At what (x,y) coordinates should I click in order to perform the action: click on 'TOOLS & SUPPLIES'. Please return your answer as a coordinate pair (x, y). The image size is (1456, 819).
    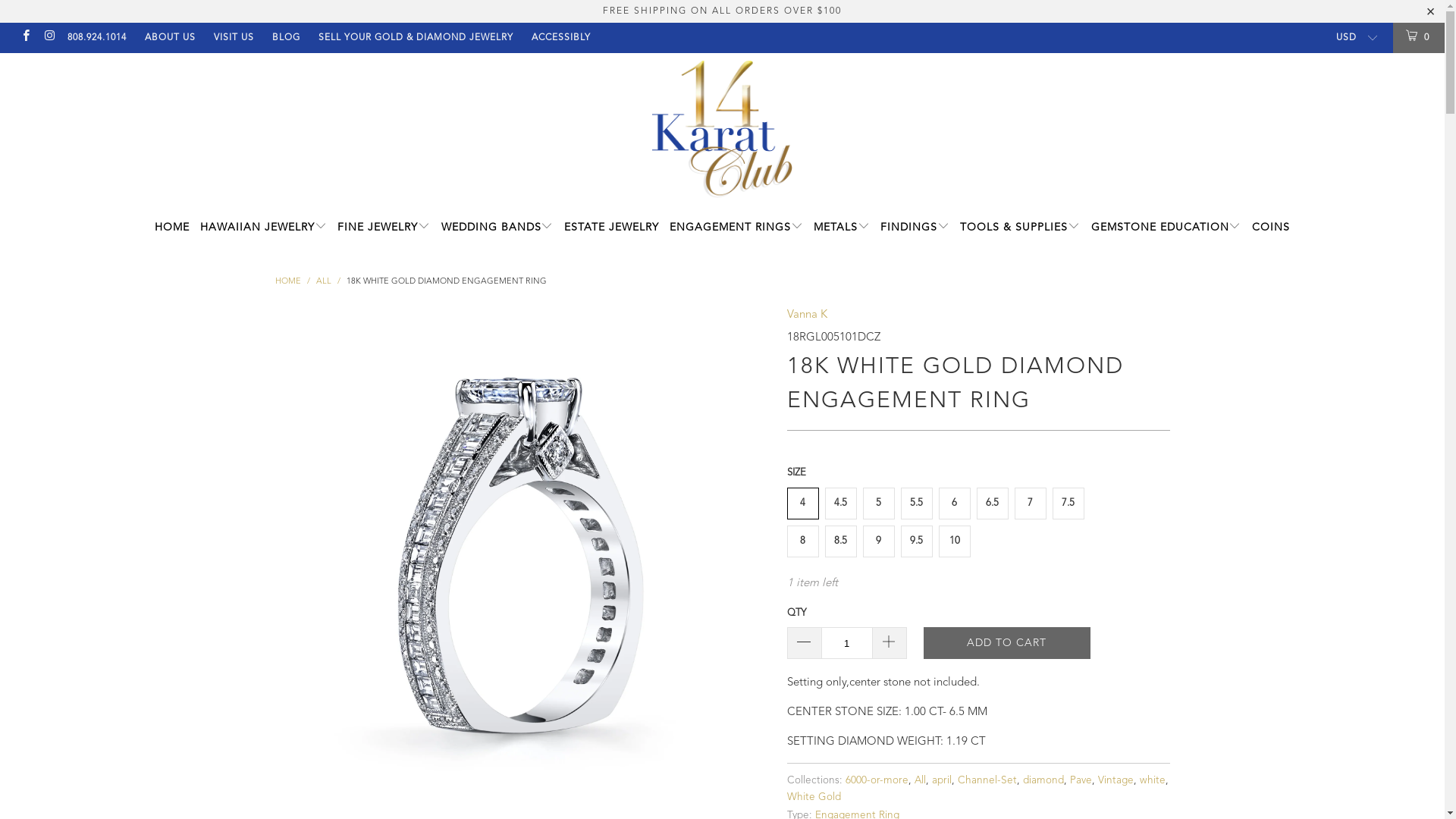
    Looking at the image, I should click on (1019, 227).